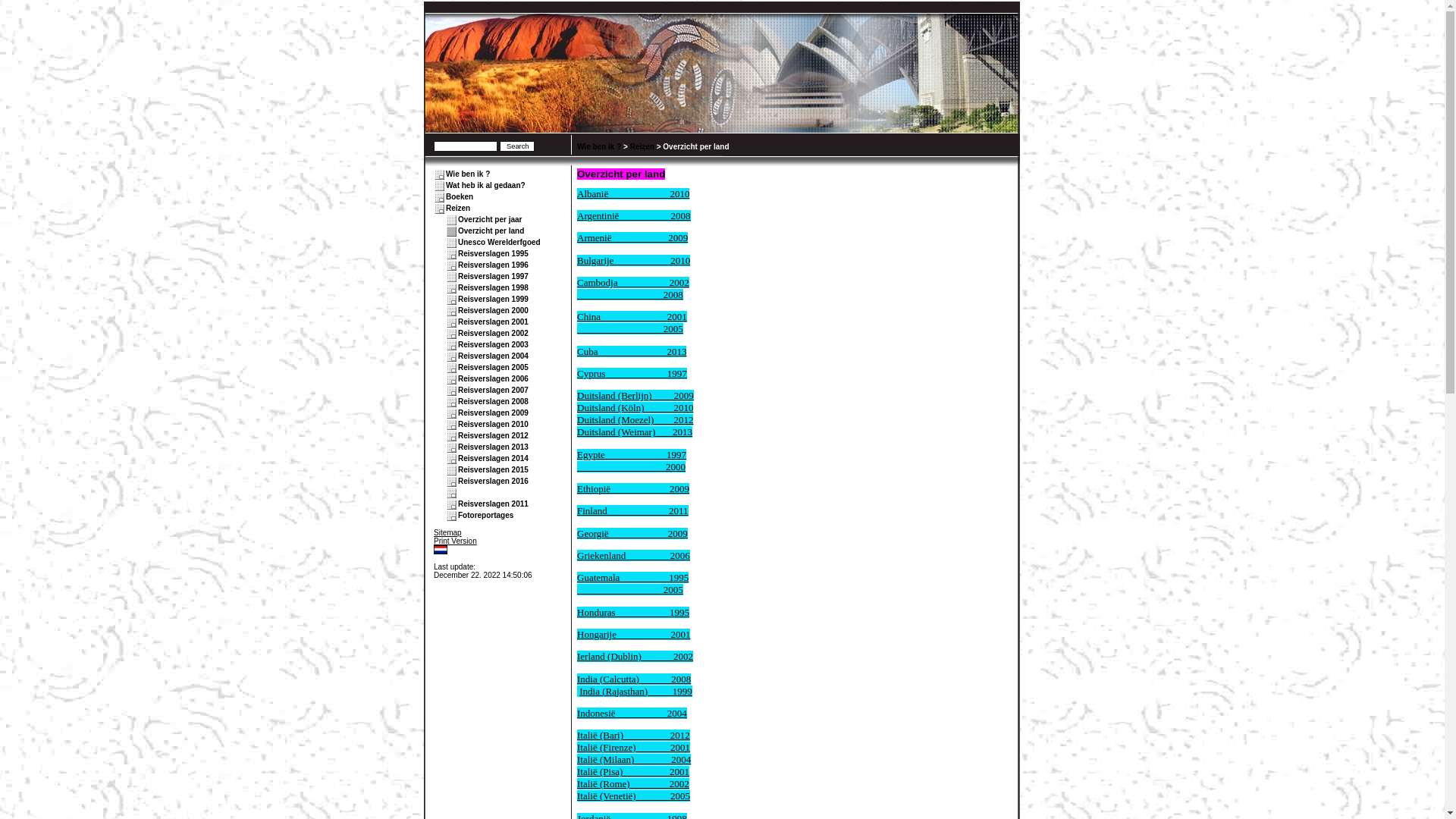 The width and height of the screenshot is (1456, 819). Describe the element at coordinates (493, 367) in the screenshot. I see `'Reisverslagen 2005'` at that location.